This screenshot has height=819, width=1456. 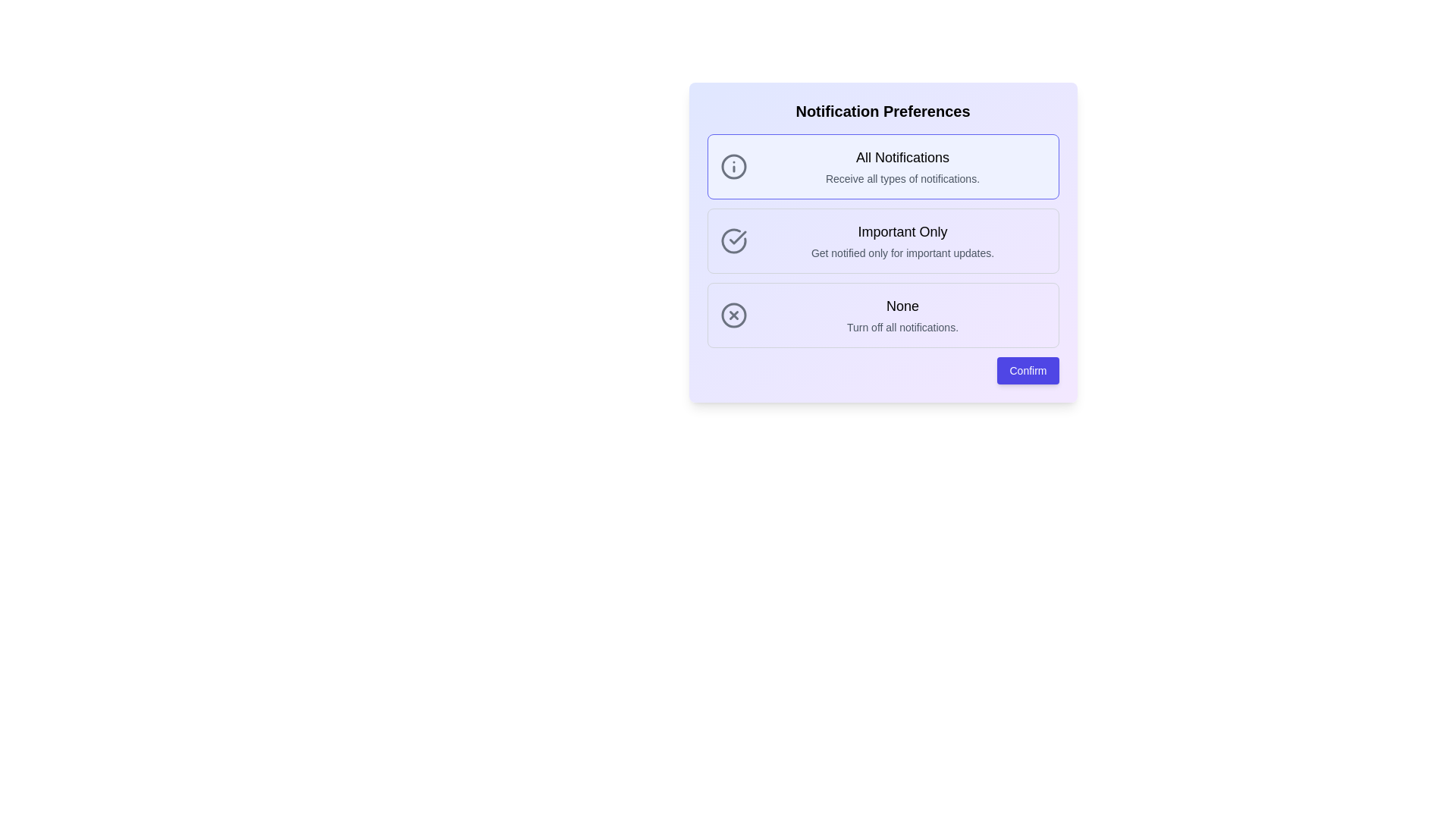 I want to click on the confirmation button located at the bottom right corner of the 'Notification Preferences' modal to confirm the selection, so click(x=1028, y=371).